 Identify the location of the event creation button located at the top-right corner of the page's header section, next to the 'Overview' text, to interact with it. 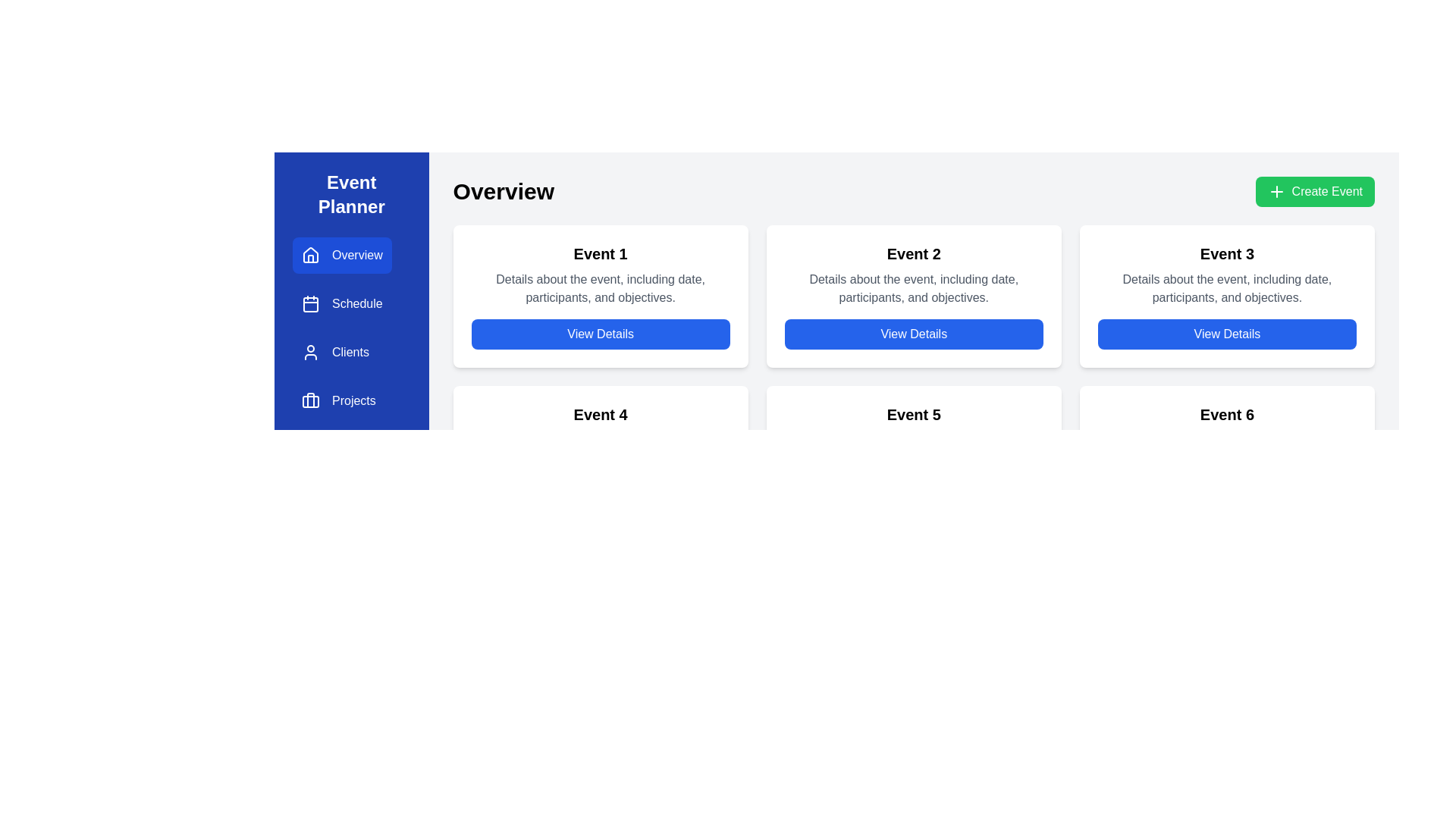
(1314, 191).